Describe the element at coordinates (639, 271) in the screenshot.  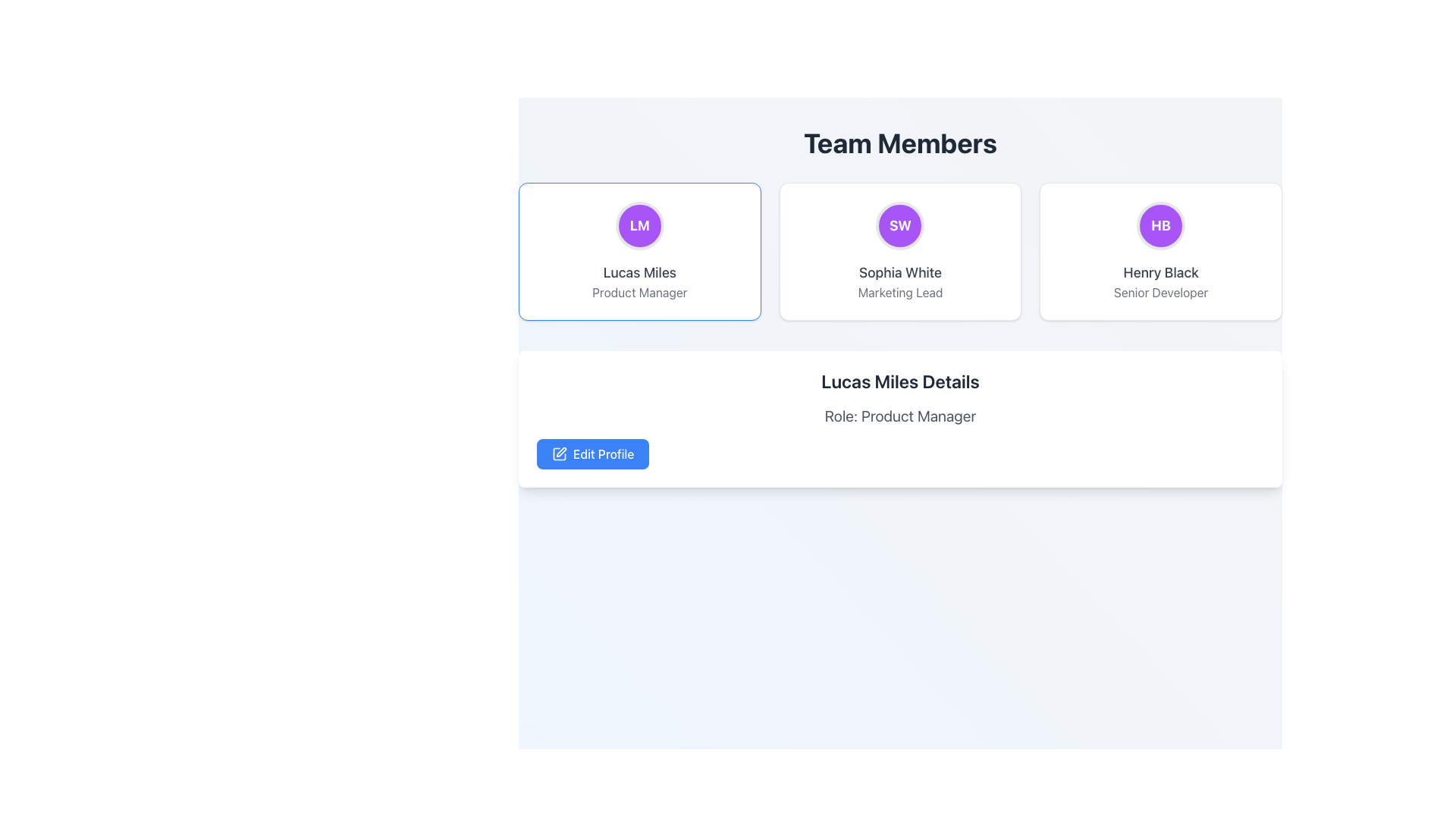
I see `on the text display showing the name 'Lucas Miles'` at that location.